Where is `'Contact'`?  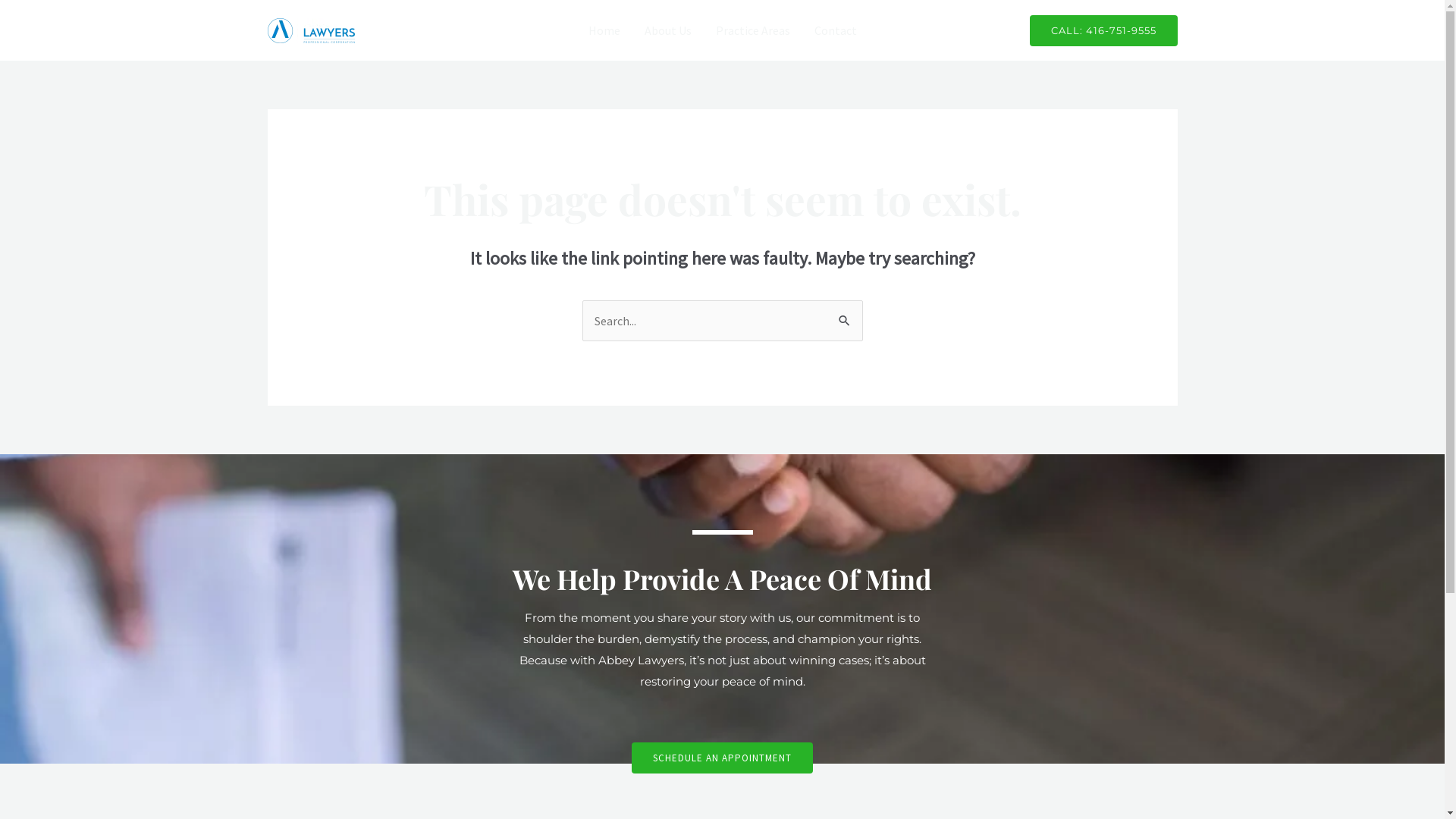 'Contact' is located at coordinates (835, 30).